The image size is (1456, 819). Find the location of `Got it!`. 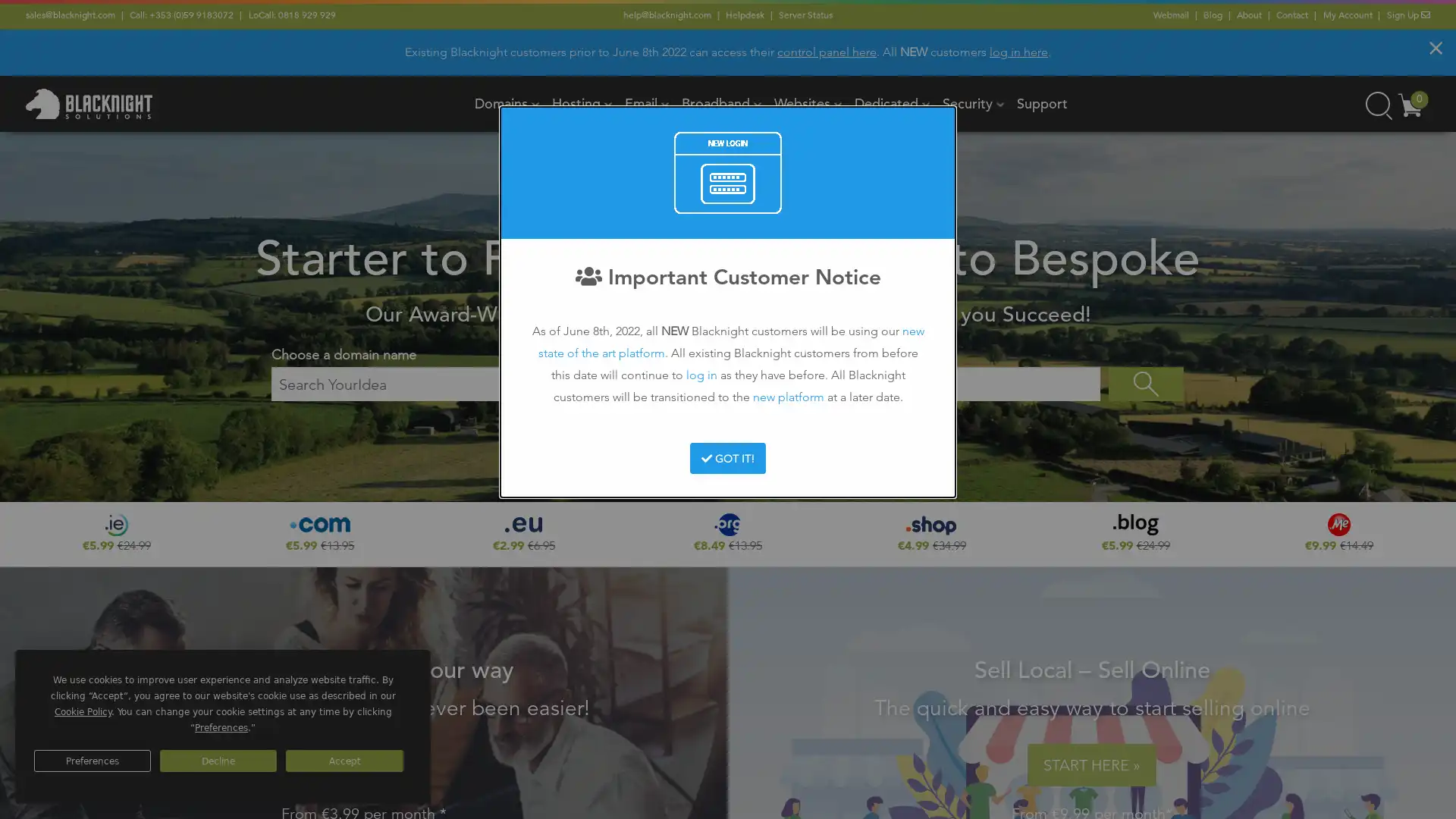

Got it! is located at coordinates (726, 457).